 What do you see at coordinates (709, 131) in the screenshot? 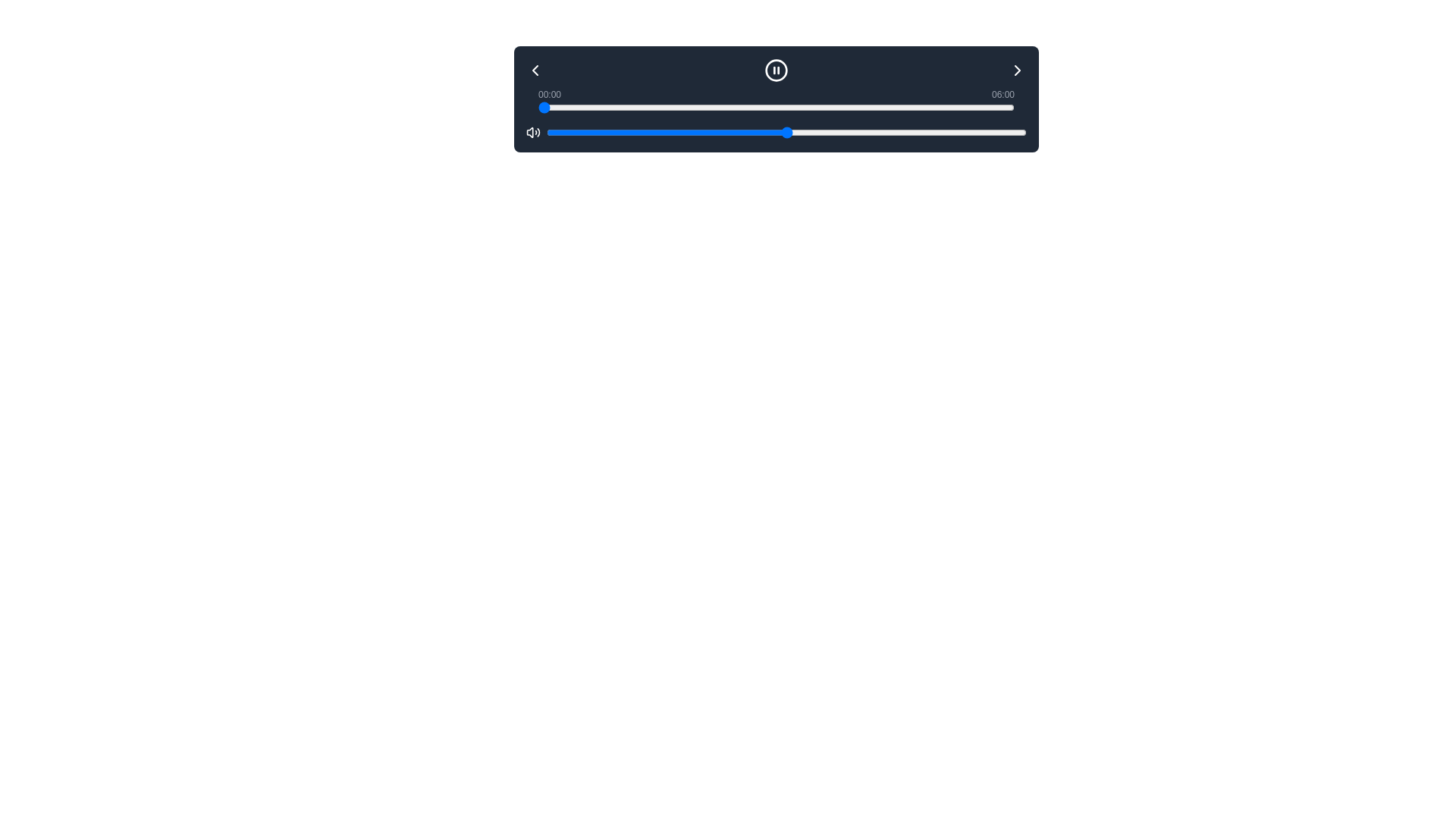
I see `volume` at bounding box center [709, 131].